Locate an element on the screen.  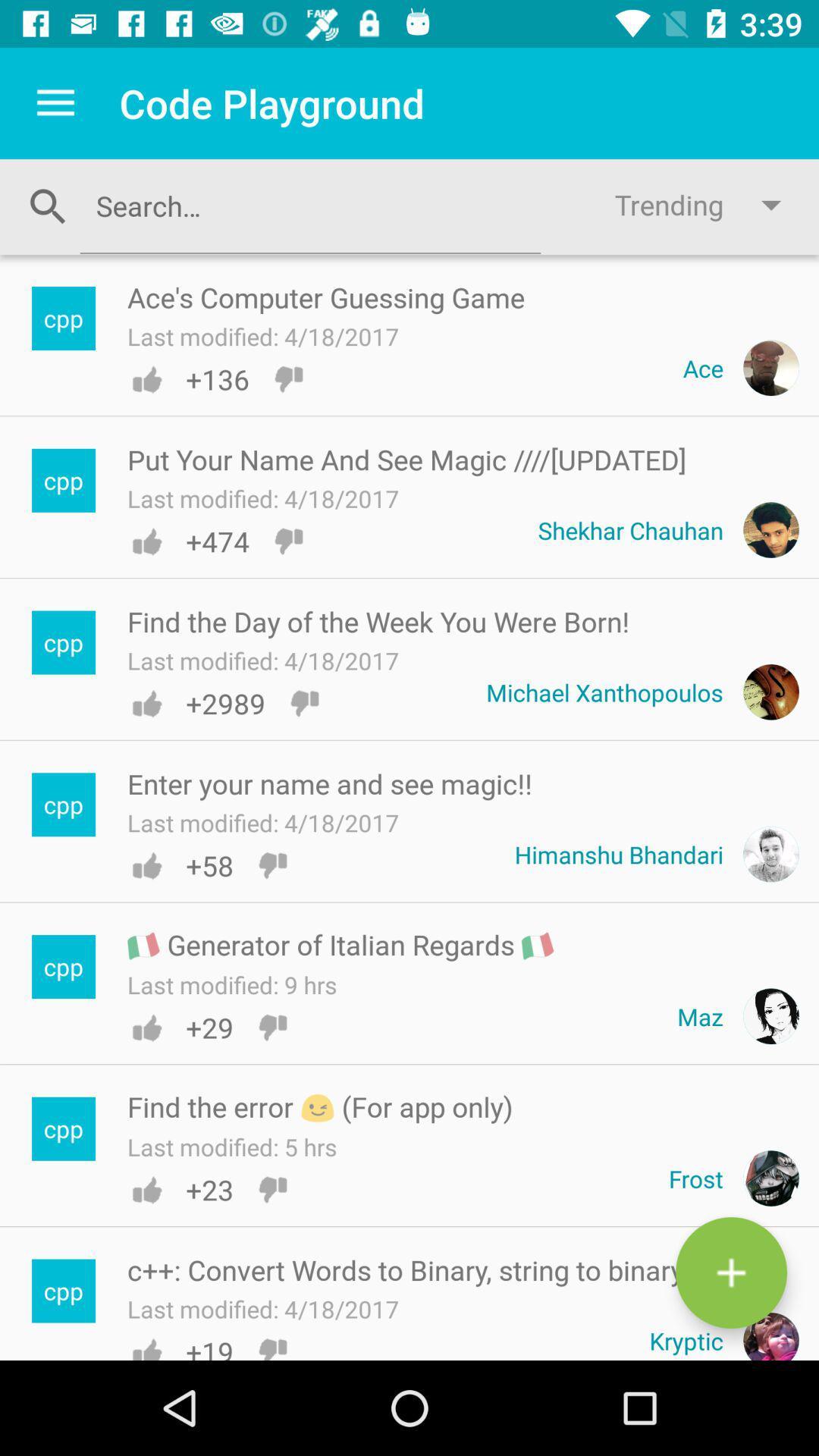
the add icon is located at coordinates (730, 1272).